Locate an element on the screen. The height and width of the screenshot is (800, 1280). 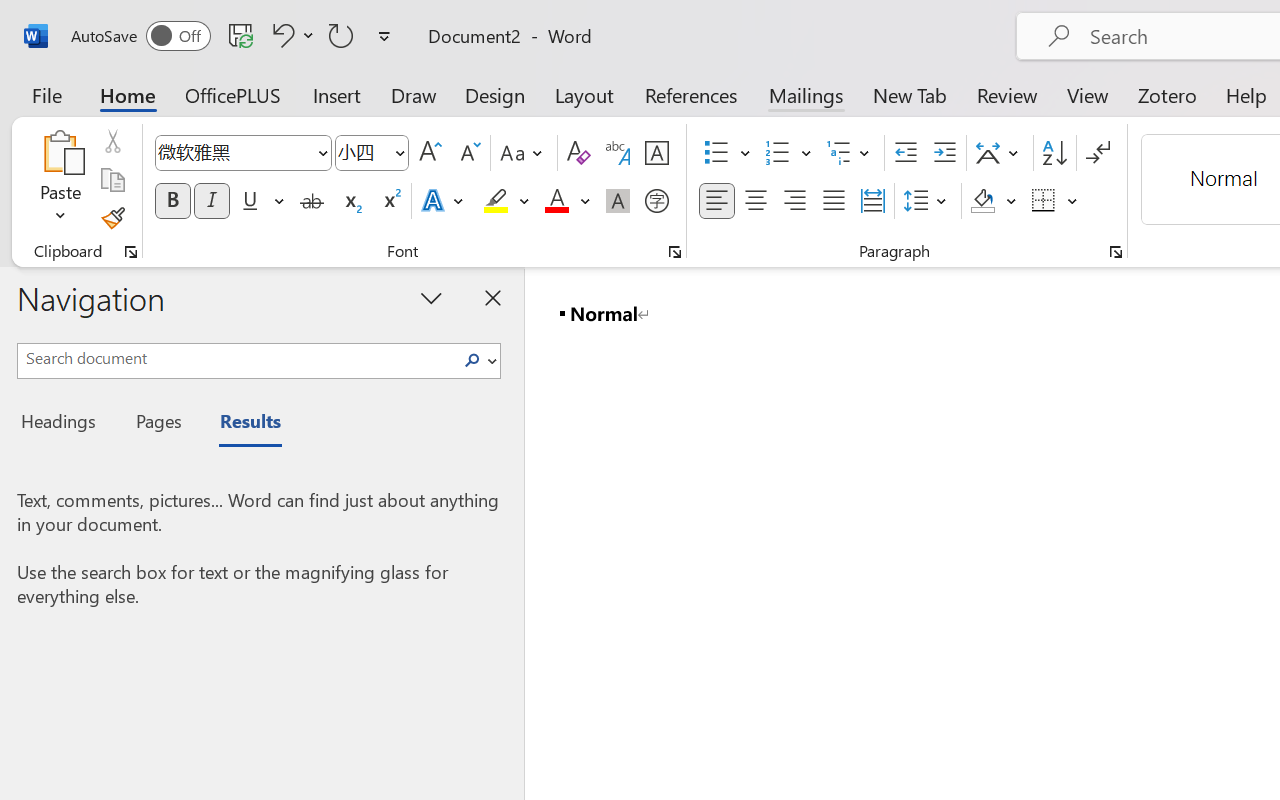
'Zotero' is located at coordinates (1167, 94).